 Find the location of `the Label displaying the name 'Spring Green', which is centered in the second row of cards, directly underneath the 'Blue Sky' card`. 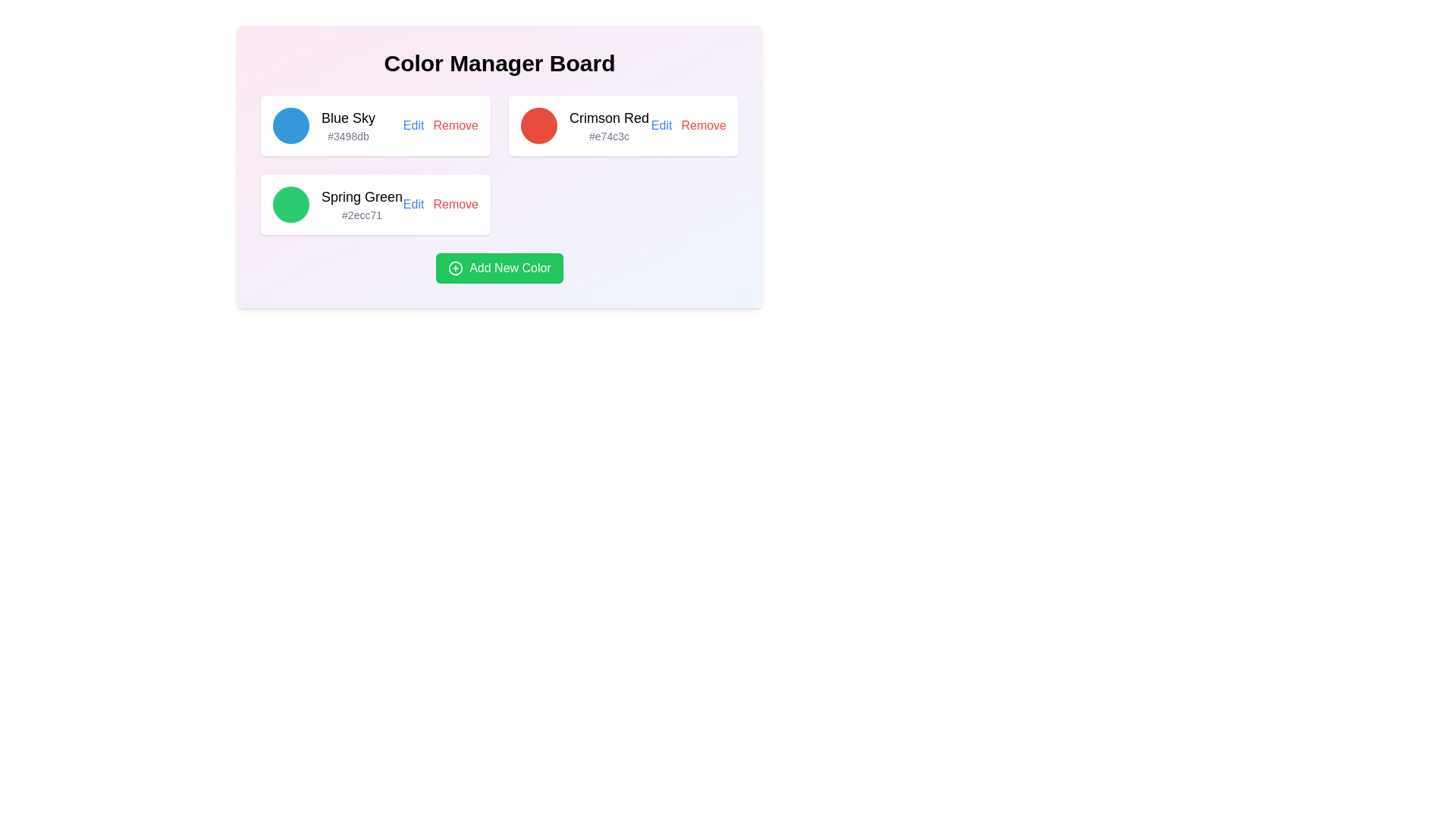

the Label displaying the name 'Spring Green', which is centered in the second row of cards, directly underneath the 'Blue Sky' card is located at coordinates (361, 196).